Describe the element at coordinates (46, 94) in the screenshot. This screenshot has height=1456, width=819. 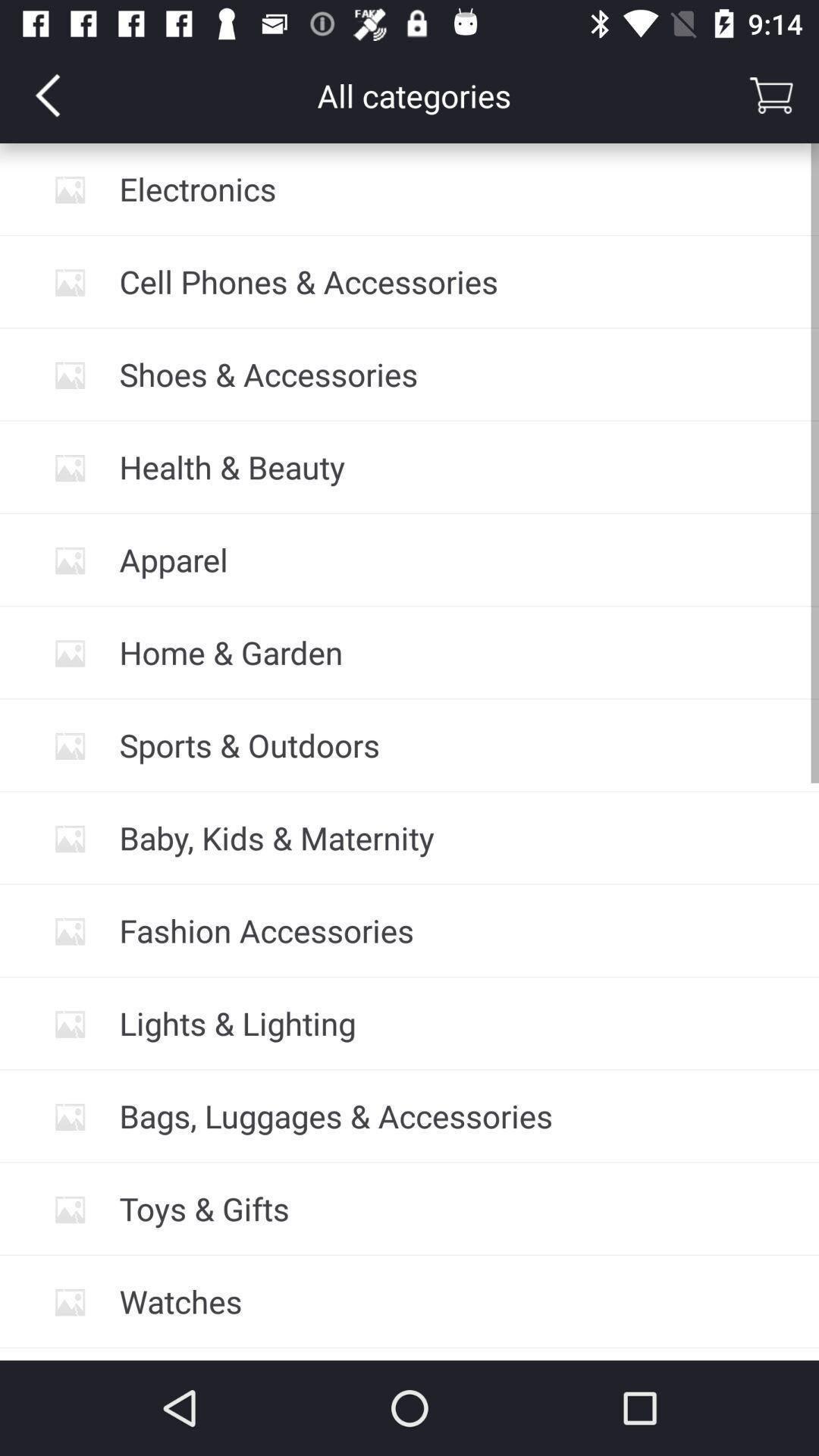
I see `go back` at that location.